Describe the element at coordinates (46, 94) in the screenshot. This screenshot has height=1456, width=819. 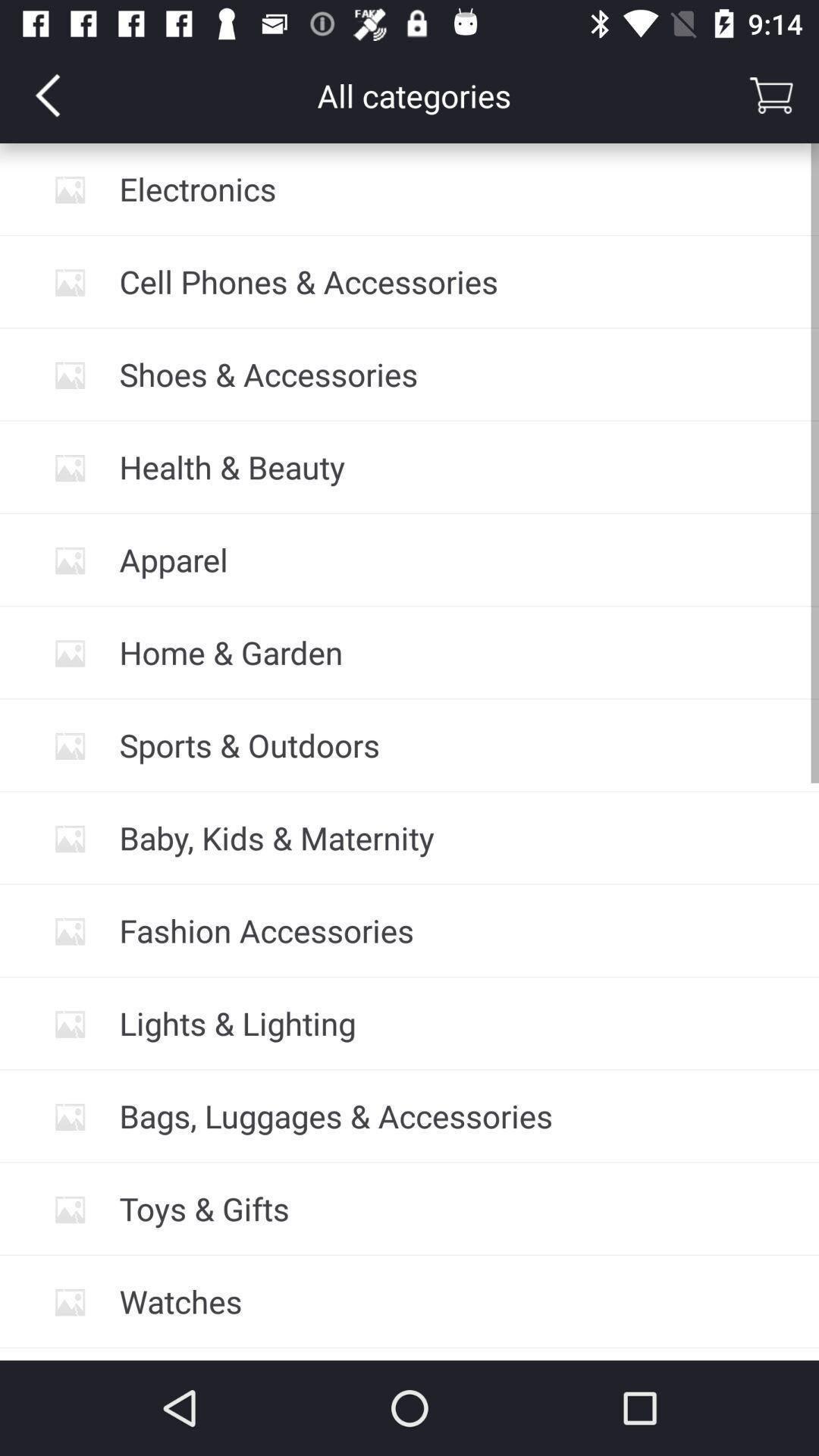
I see `go back` at that location.